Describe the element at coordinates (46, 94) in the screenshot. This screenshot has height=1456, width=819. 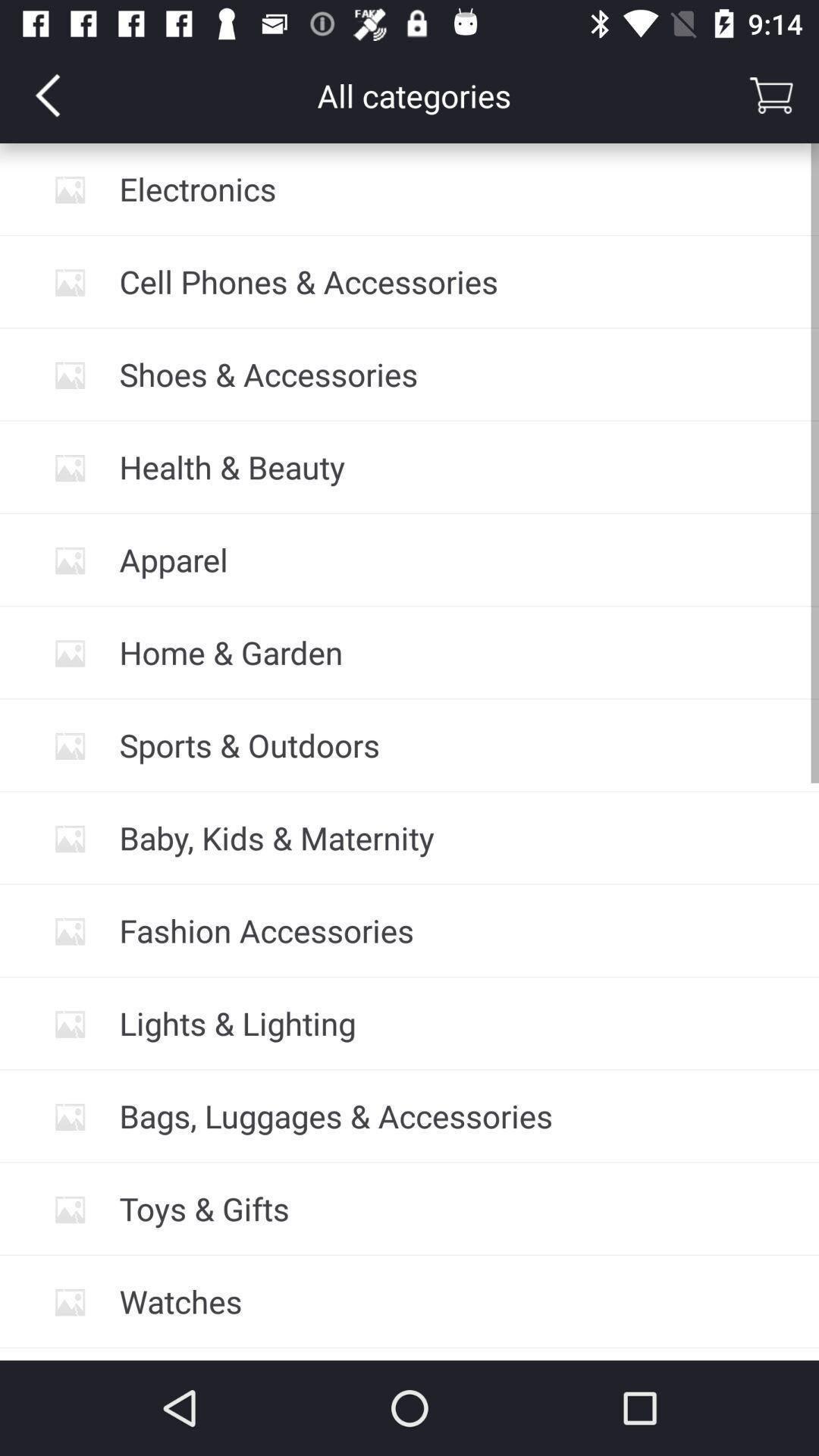
I see `go back` at that location.